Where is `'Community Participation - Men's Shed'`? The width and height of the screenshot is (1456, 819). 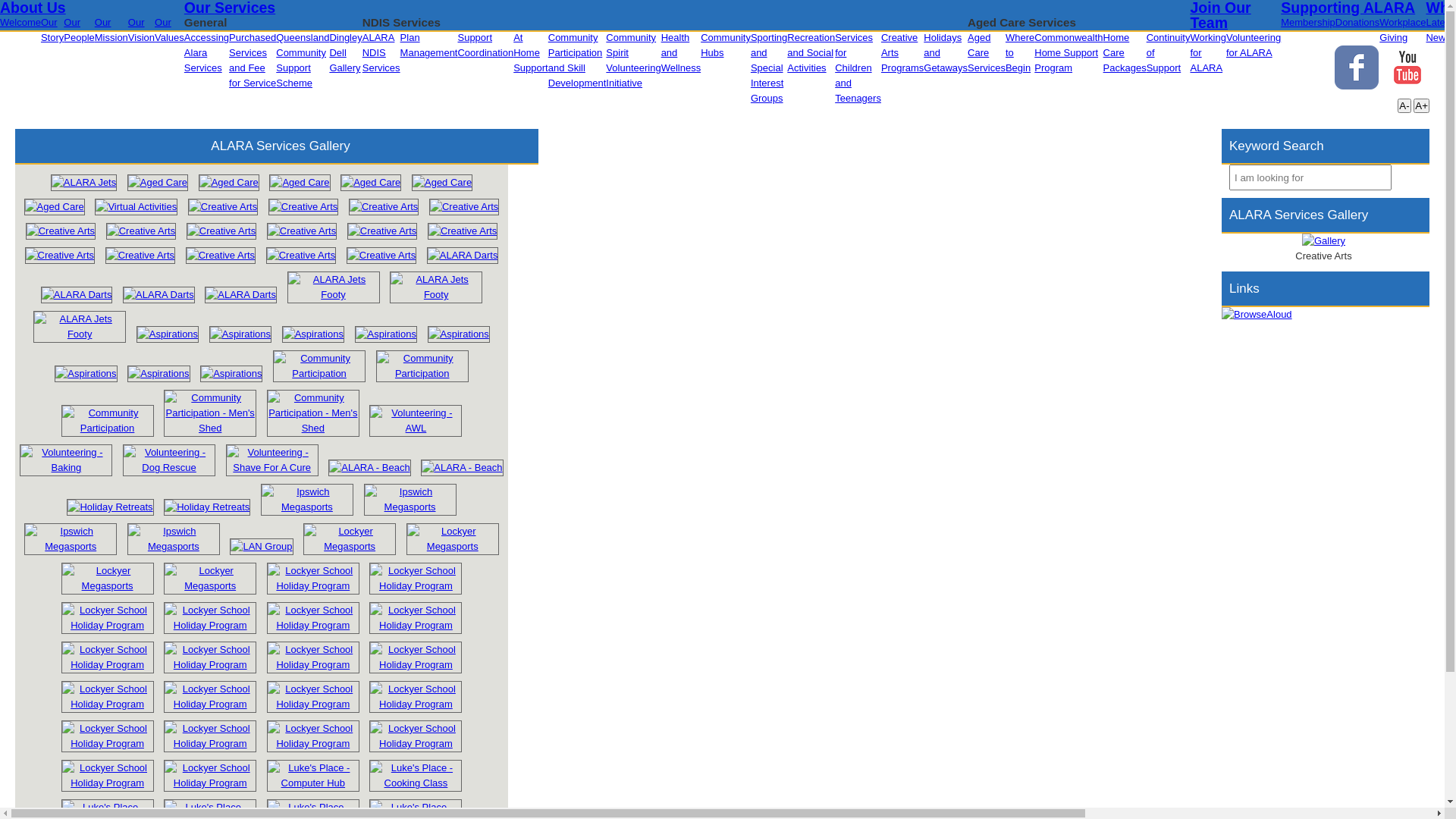 'Community Participation - Men's Shed' is located at coordinates (266, 413).